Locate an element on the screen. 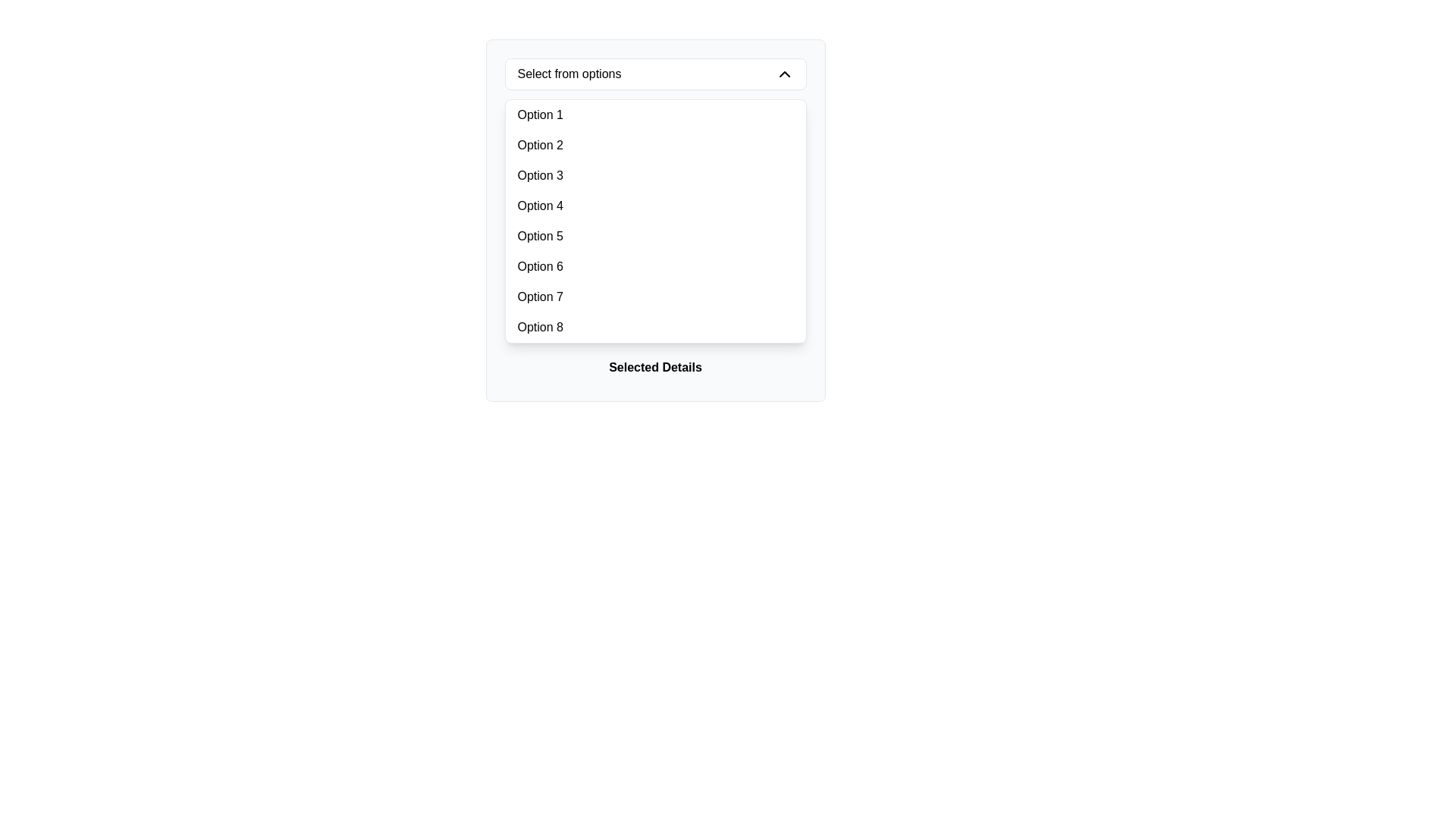  text from the label positioned inside the dropdown menu header, located to the left of the downward-facing arrow icon is located at coordinates (568, 74).